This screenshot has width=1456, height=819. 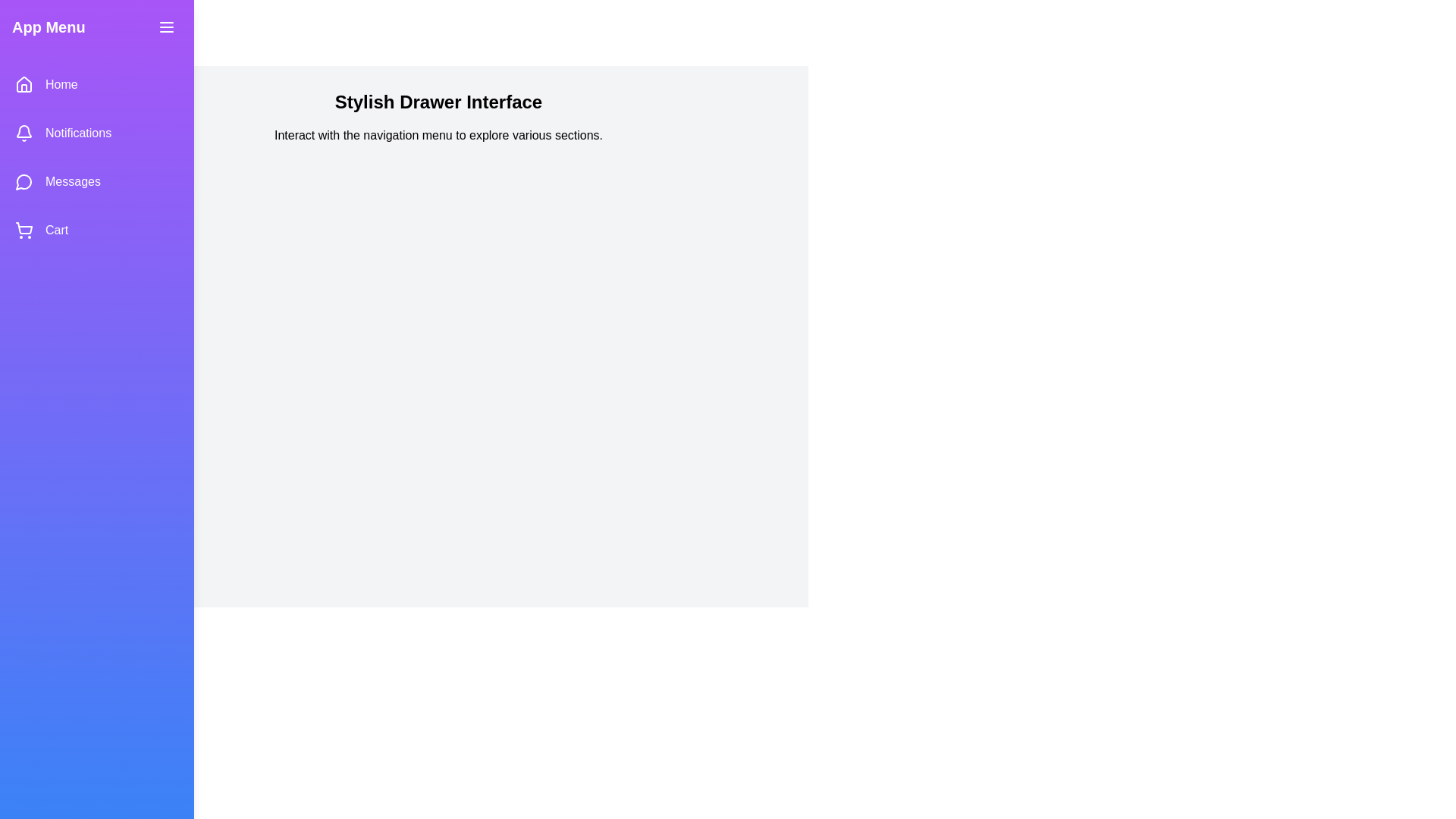 I want to click on the Notifications navigation option from the StylishDrawer menu, so click(x=96, y=133).